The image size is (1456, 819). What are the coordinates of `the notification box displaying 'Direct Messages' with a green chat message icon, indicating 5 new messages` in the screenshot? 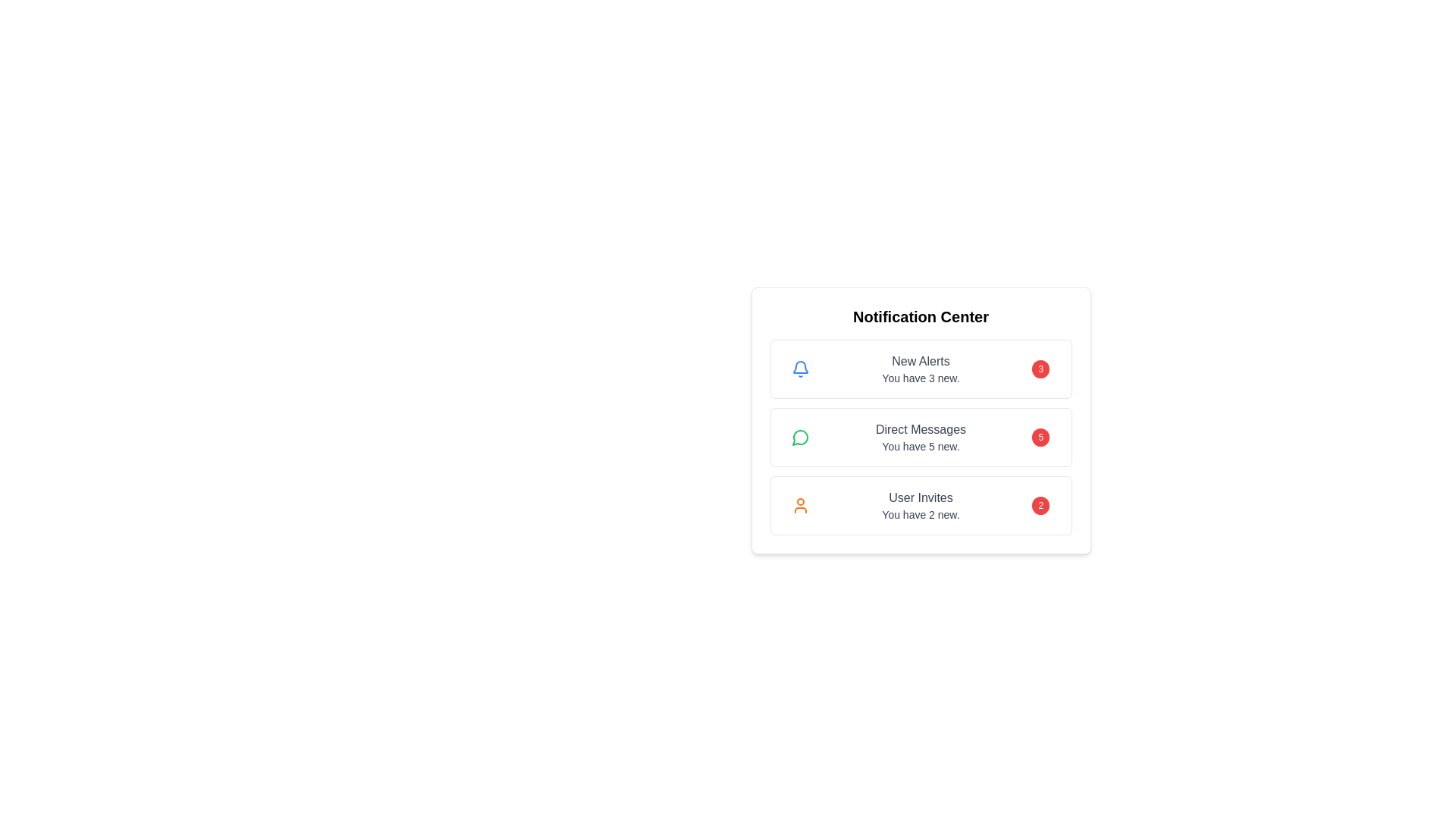 It's located at (920, 438).